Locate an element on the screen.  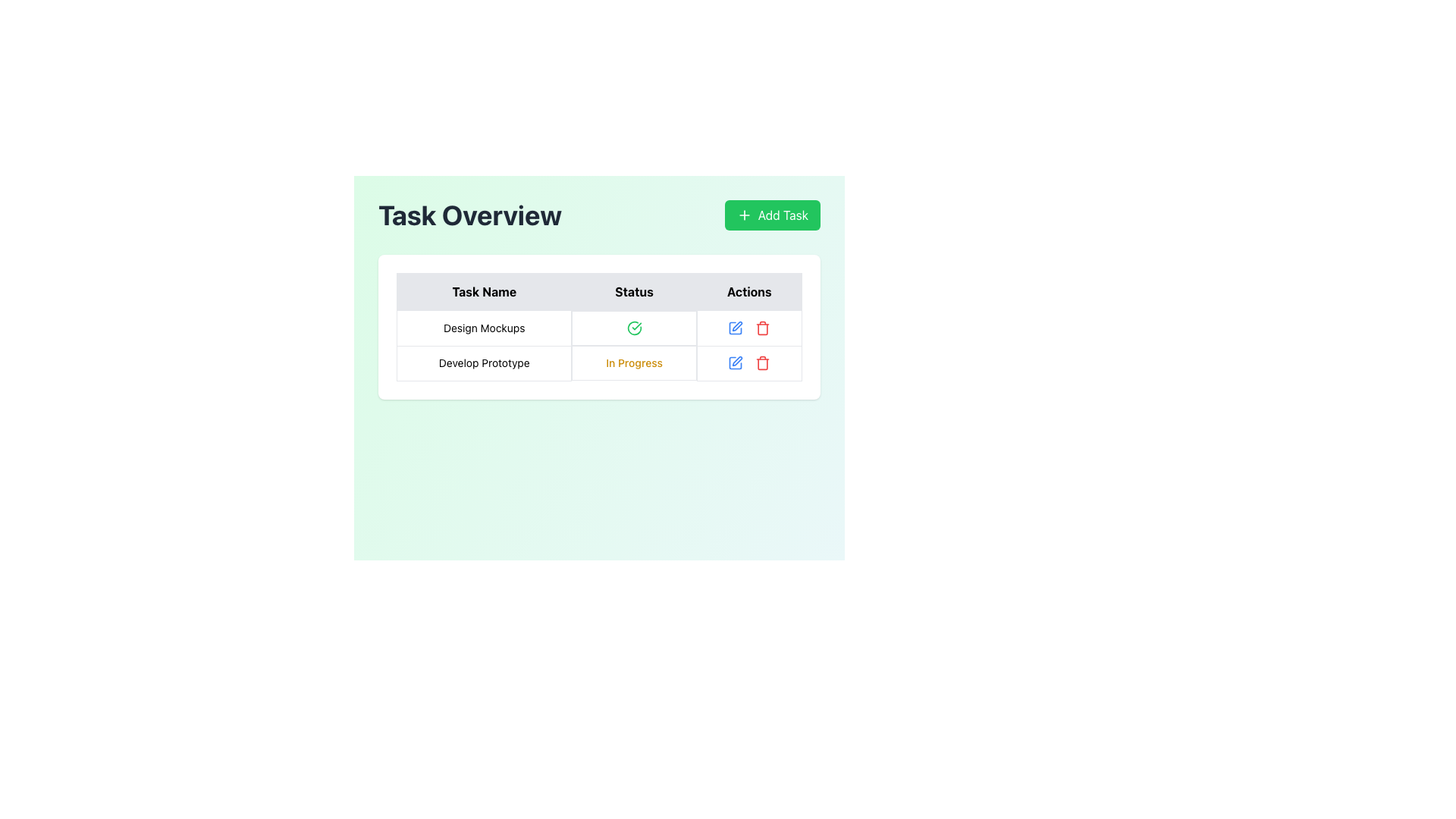
the text header displaying 'Task Overview' which is located in the top-left section of the interface, positioned to the left of the 'Add Task' button is located at coordinates (469, 215).